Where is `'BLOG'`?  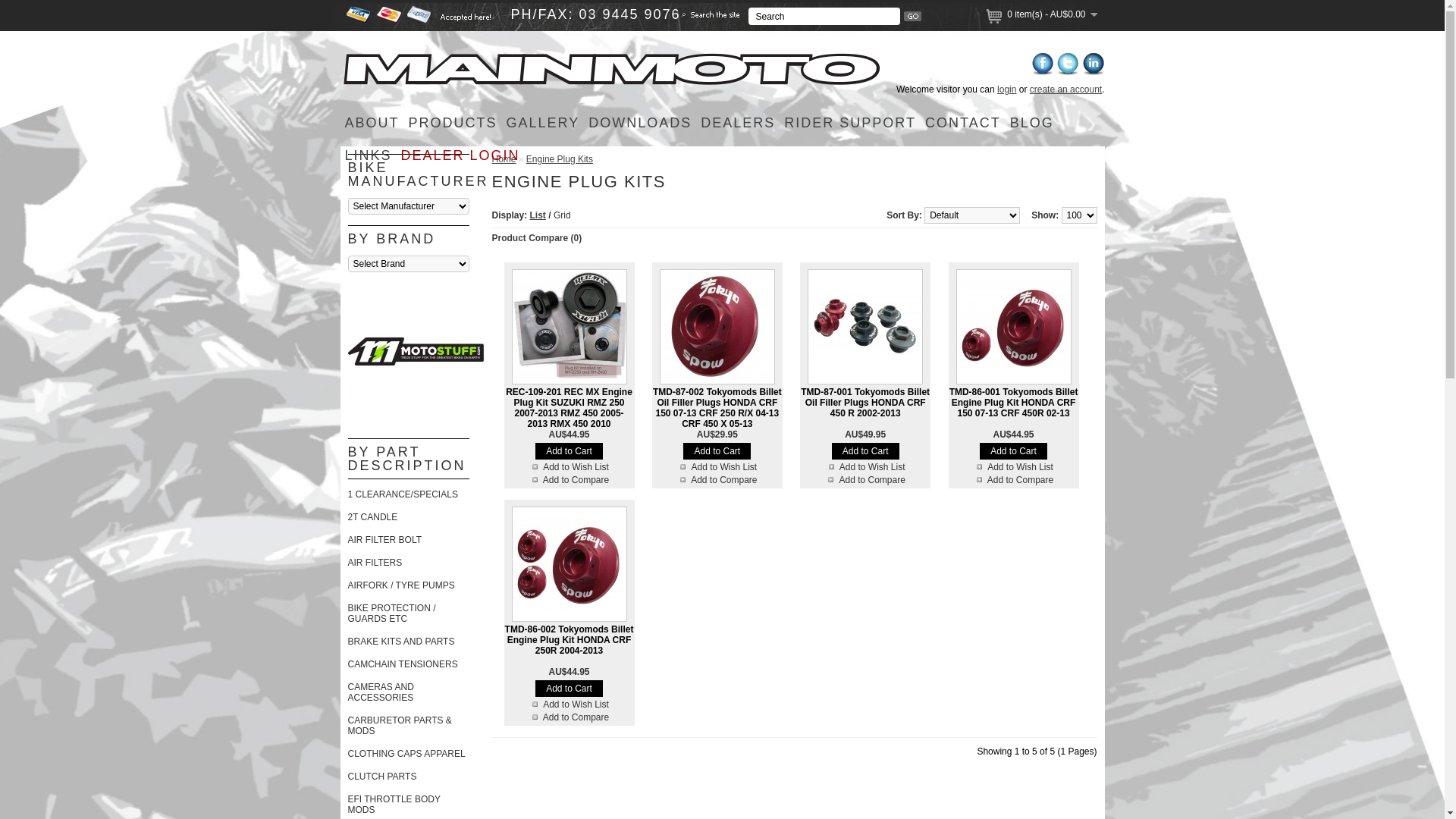
'BLOG' is located at coordinates (1031, 122).